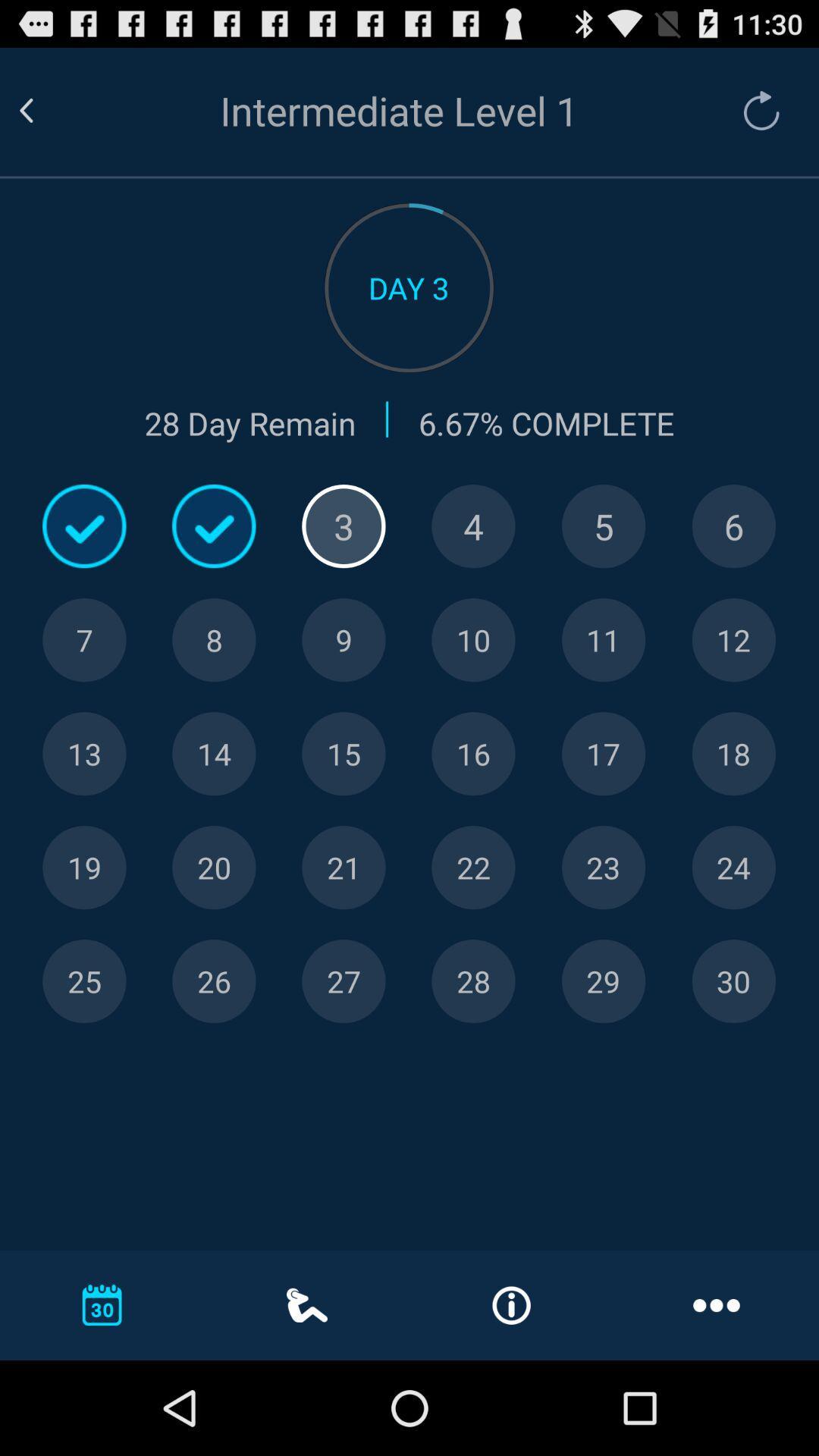 The image size is (819, 1456). I want to click on the check icon, so click(214, 562).